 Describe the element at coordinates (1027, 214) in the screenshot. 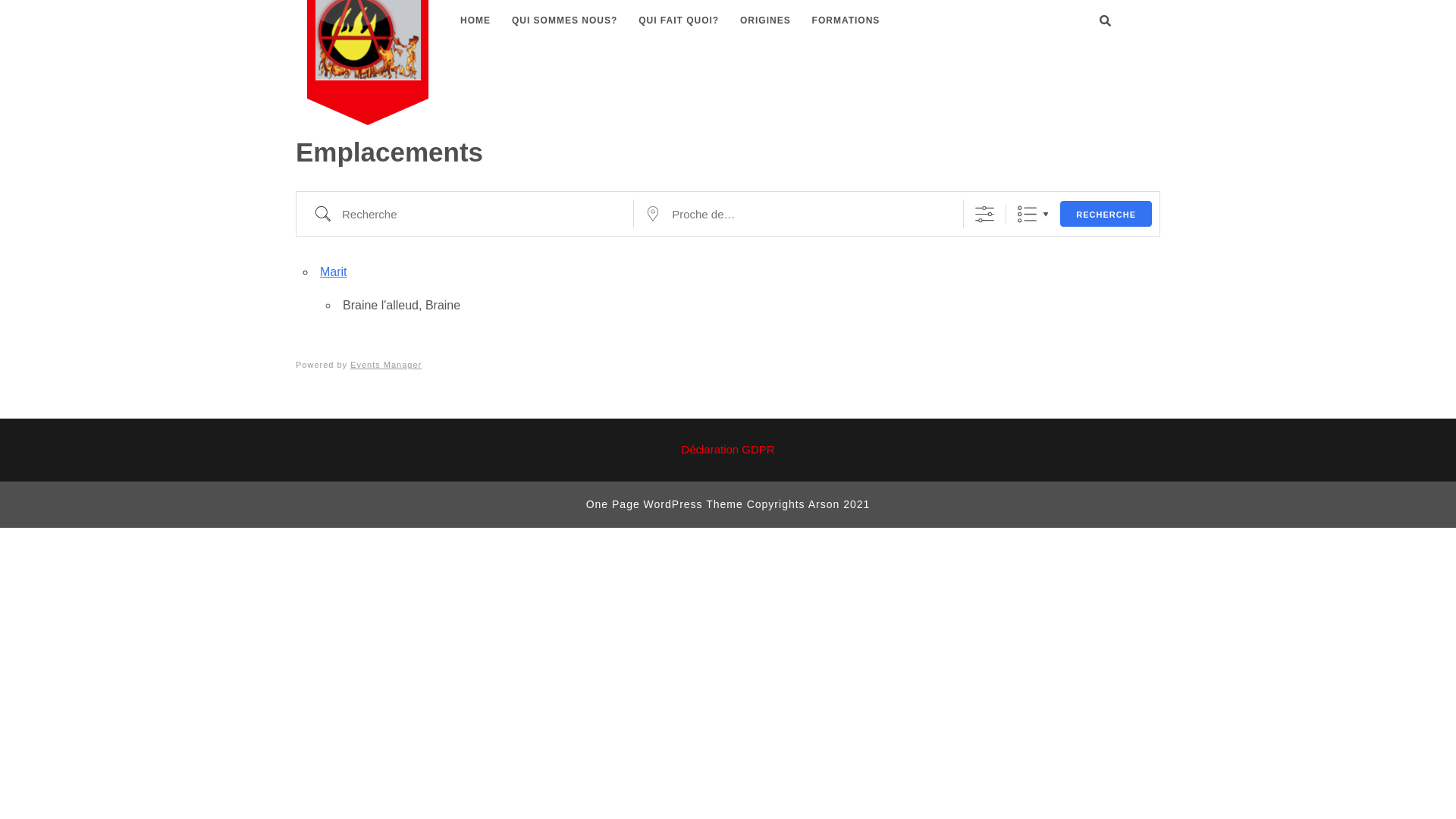

I see `'Liste'` at that location.